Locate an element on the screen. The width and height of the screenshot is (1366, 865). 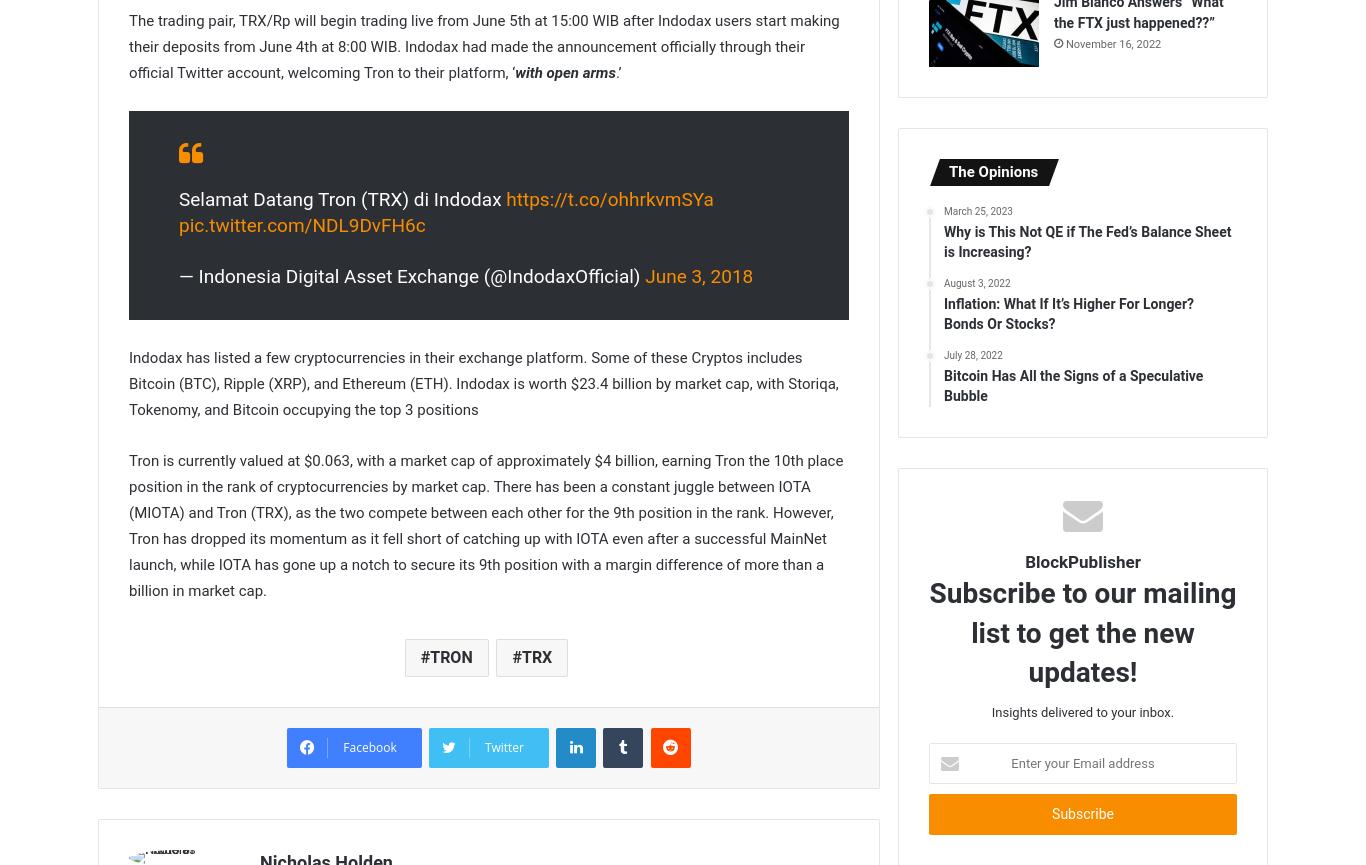
'pic.twitter.com/NDL9DvFH6c' is located at coordinates (302, 223).